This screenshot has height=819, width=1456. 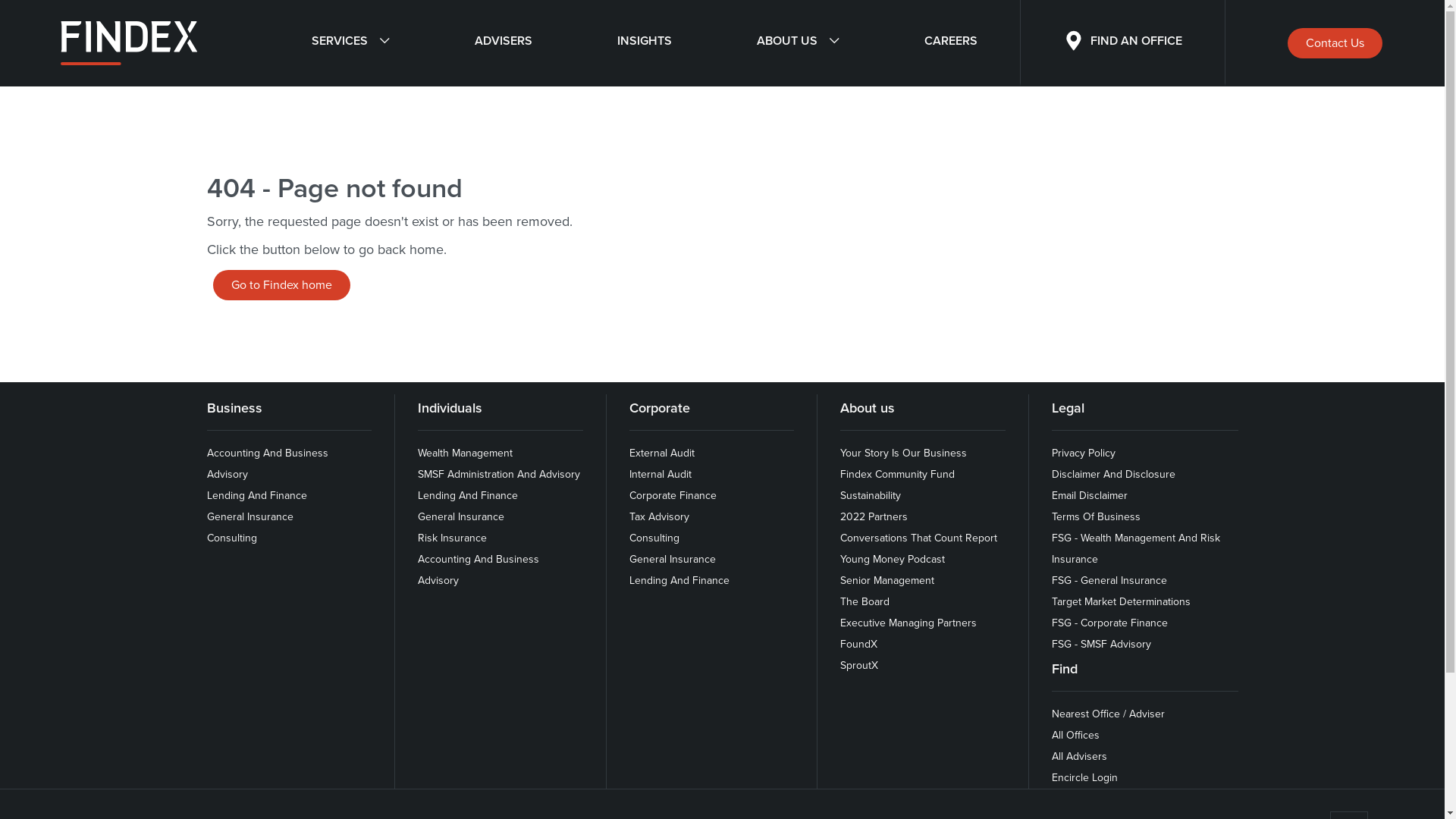 I want to click on 'Lending And Finance', so click(x=256, y=495).